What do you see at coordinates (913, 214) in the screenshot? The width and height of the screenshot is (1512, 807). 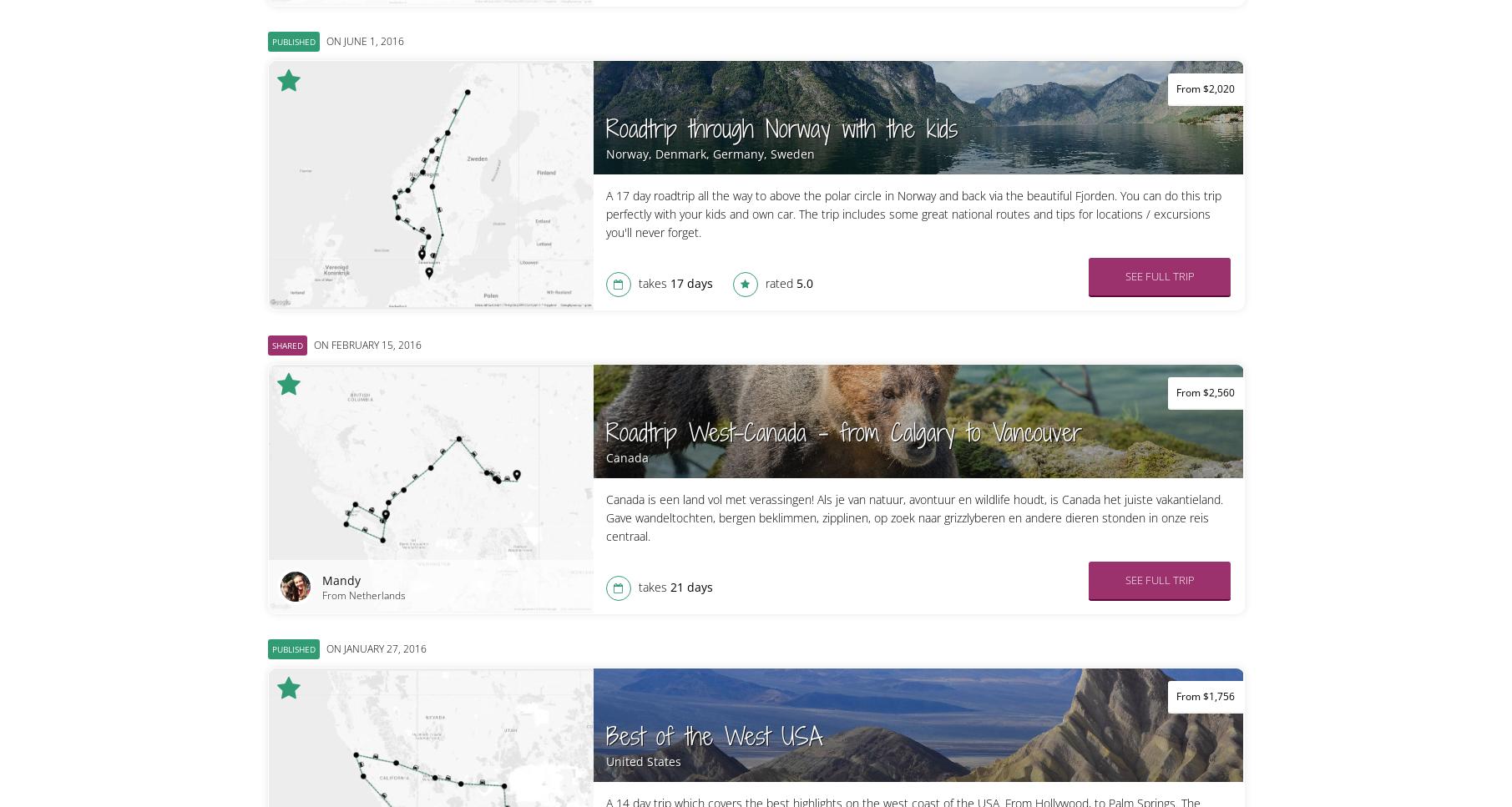 I see `'A 17 day roadtrip all the way to above the polar circle in Norway and back via the beautiful Fjorden. You can do this trip perfectly with your kids and own car. The trip includes some great national routes and tips for locations / excursions you'll never forget.'` at bounding box center [913, 214].